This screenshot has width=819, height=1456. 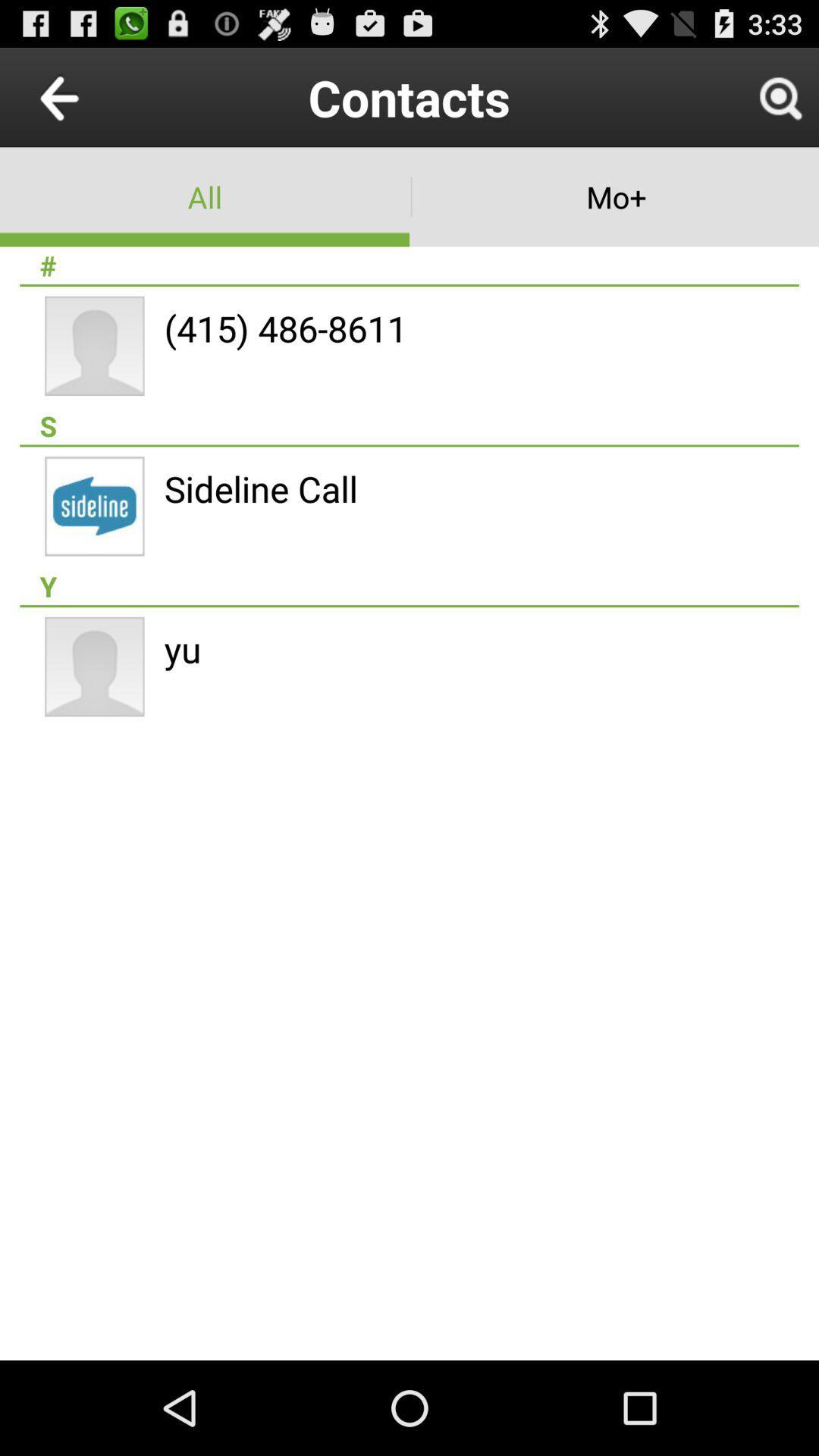 I want to click on s, so click(x=409, y=425).